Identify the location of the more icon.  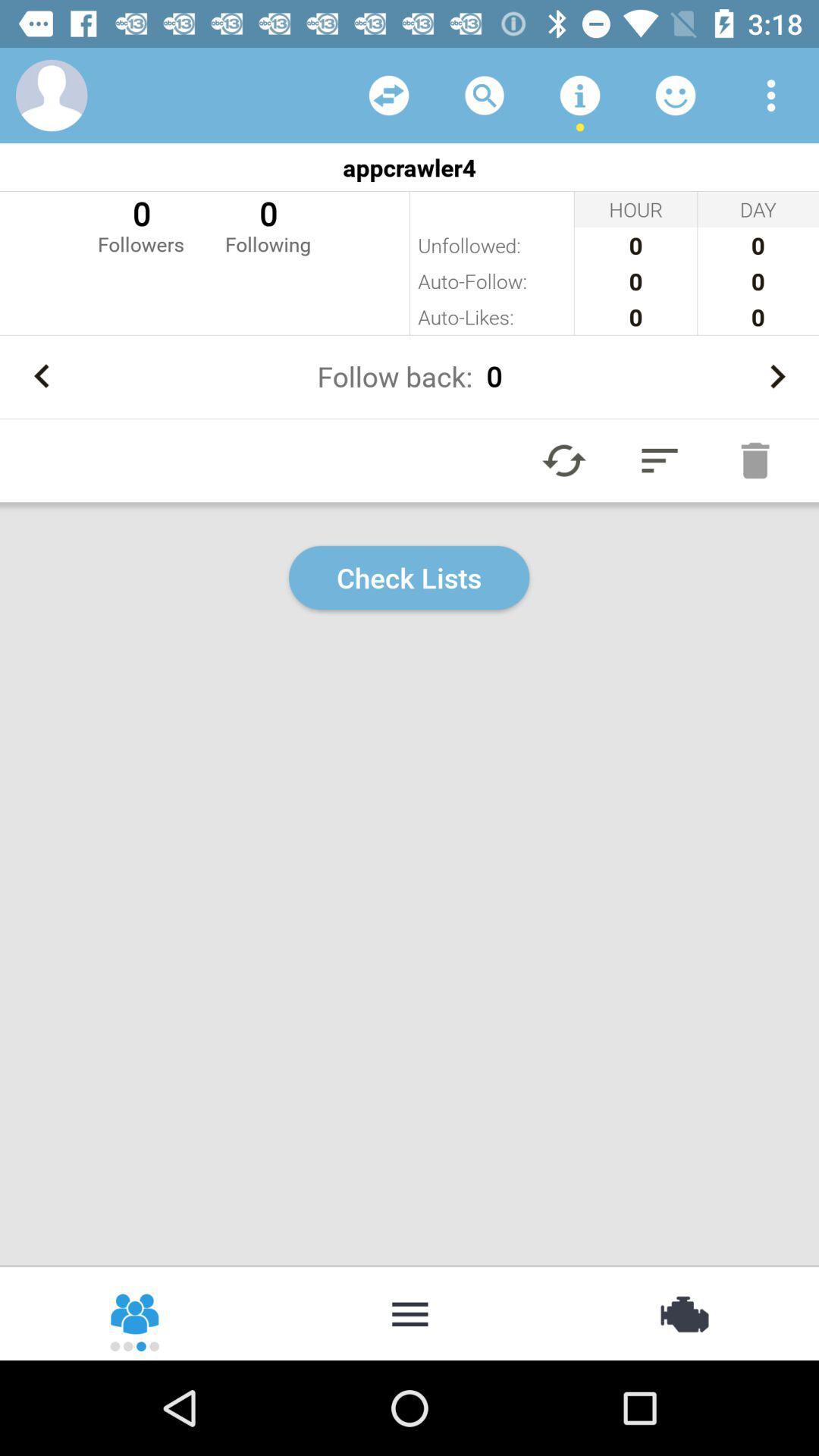
(409, 1312).